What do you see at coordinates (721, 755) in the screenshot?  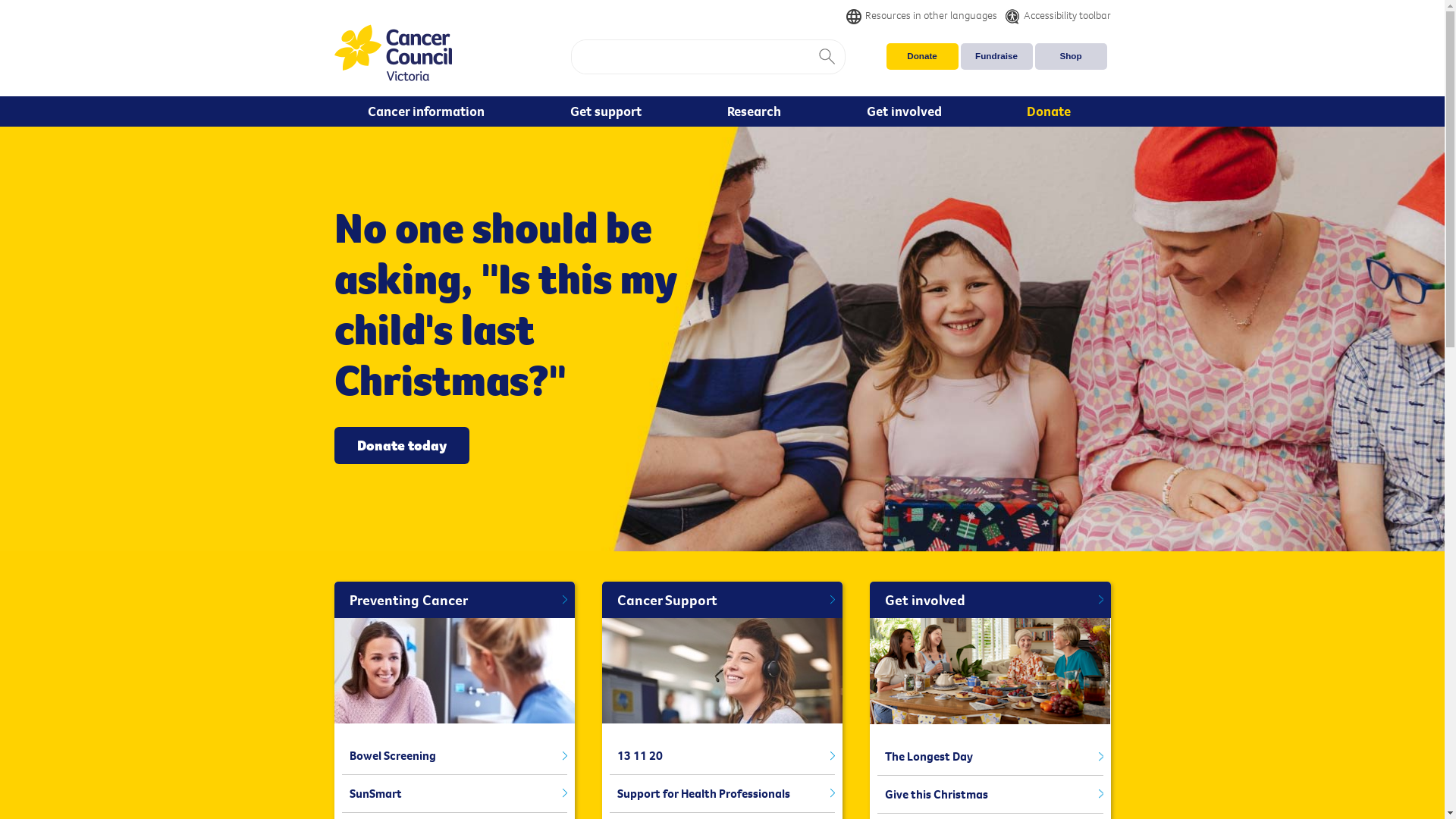 I see `'13 11 20'` at bounding box center [721, 755].